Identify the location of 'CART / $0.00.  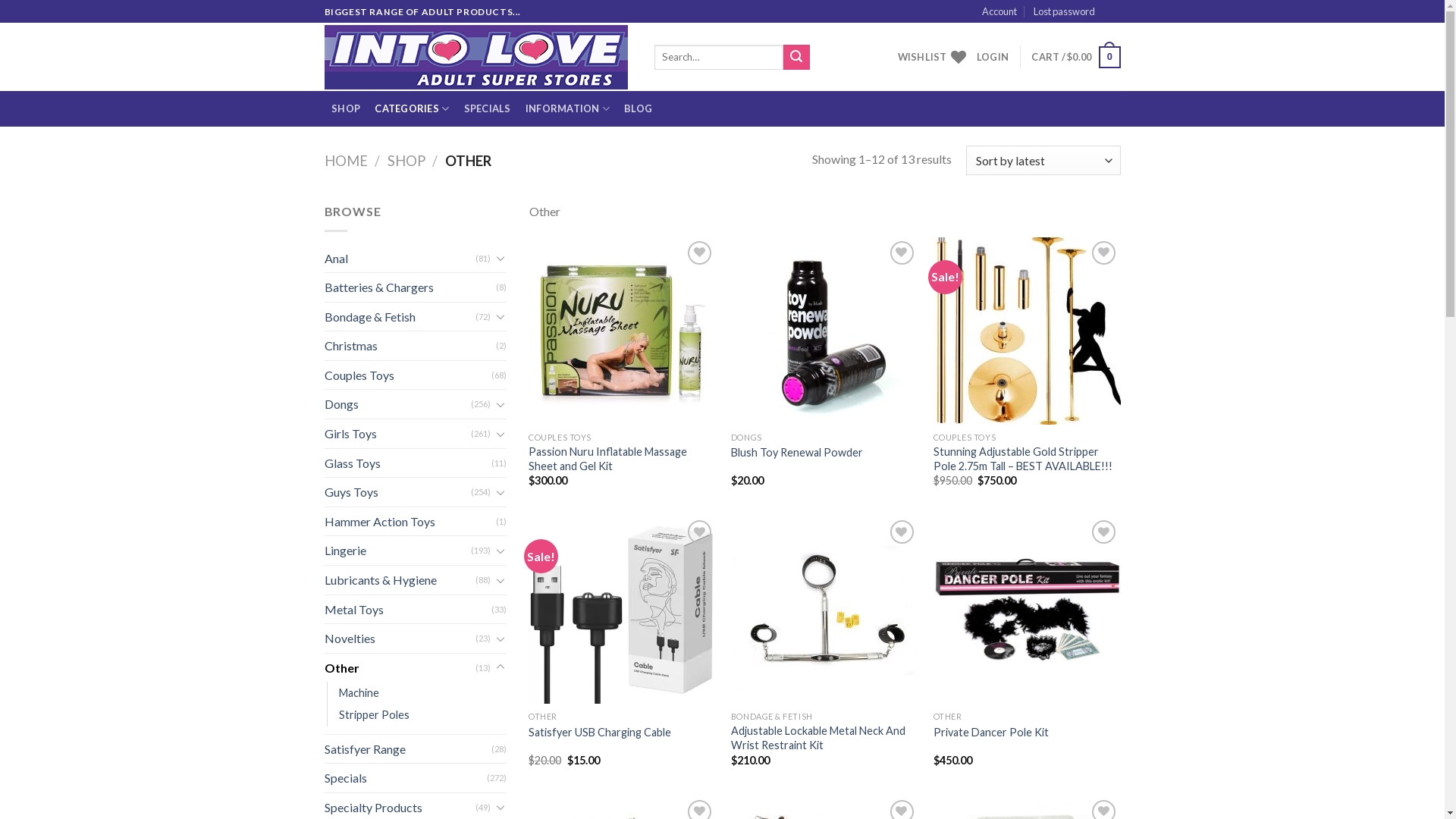
(1075, 57).